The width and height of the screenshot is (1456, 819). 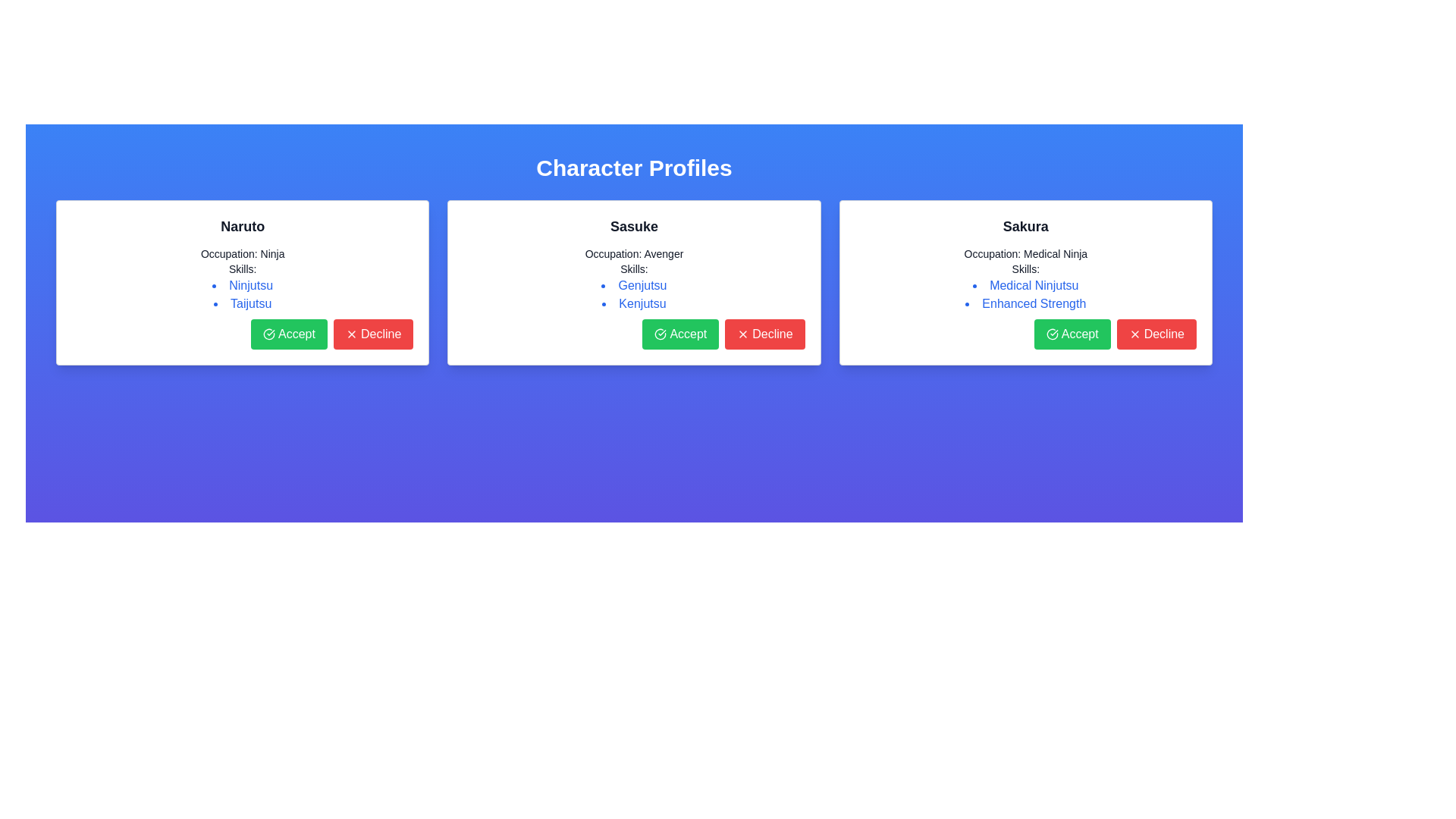 What do you see at coordinates (1025, 333) in the screenshot?
I see `the 'Accept' button located in the bottom-right of the 'Sakura' card to confirm the action` at bounding box center [1025, 333].